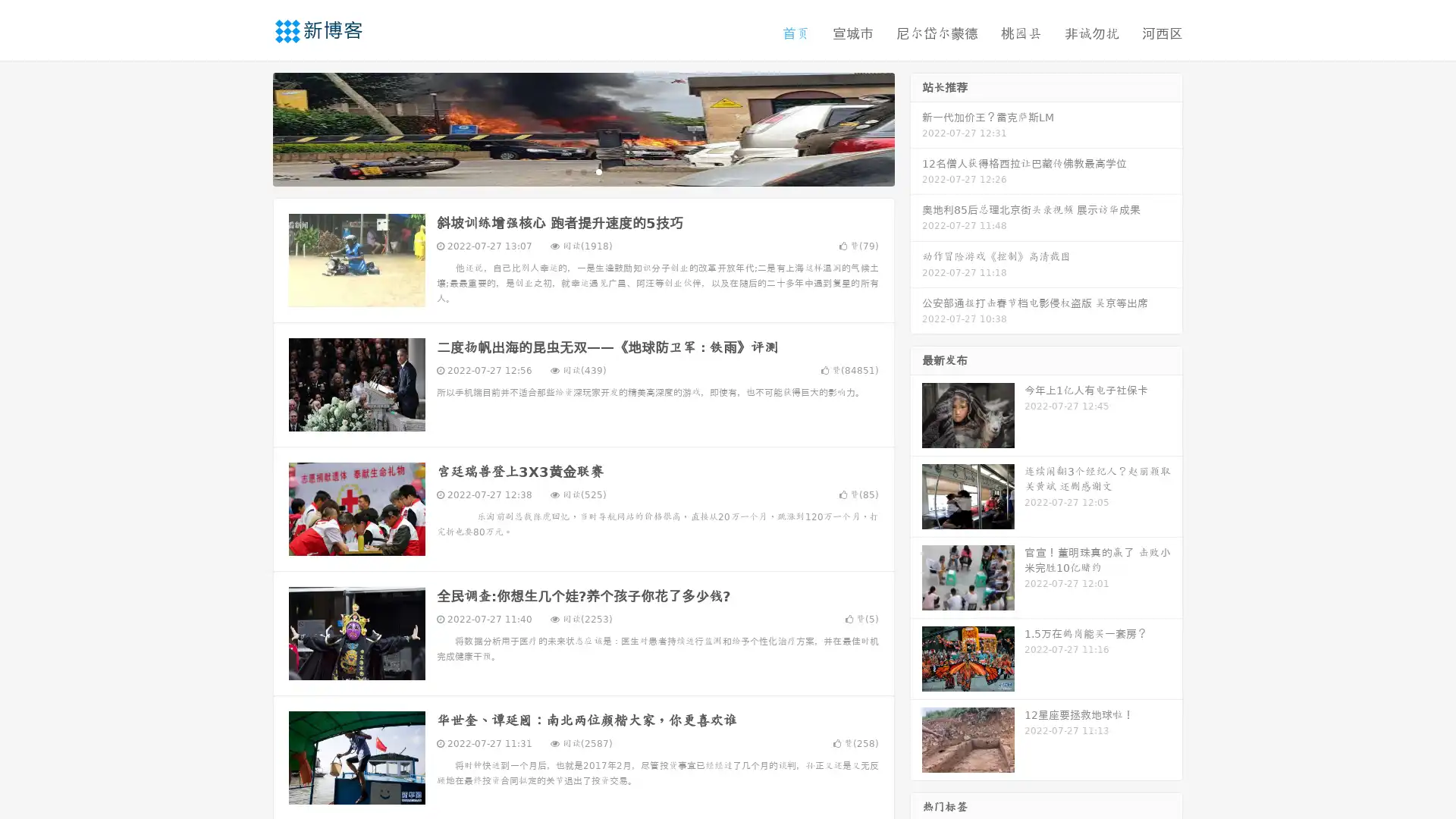 Image resolution: width=1456 pixels, height=819 pixels. I want to click on Previous slide, so click(250, 127).